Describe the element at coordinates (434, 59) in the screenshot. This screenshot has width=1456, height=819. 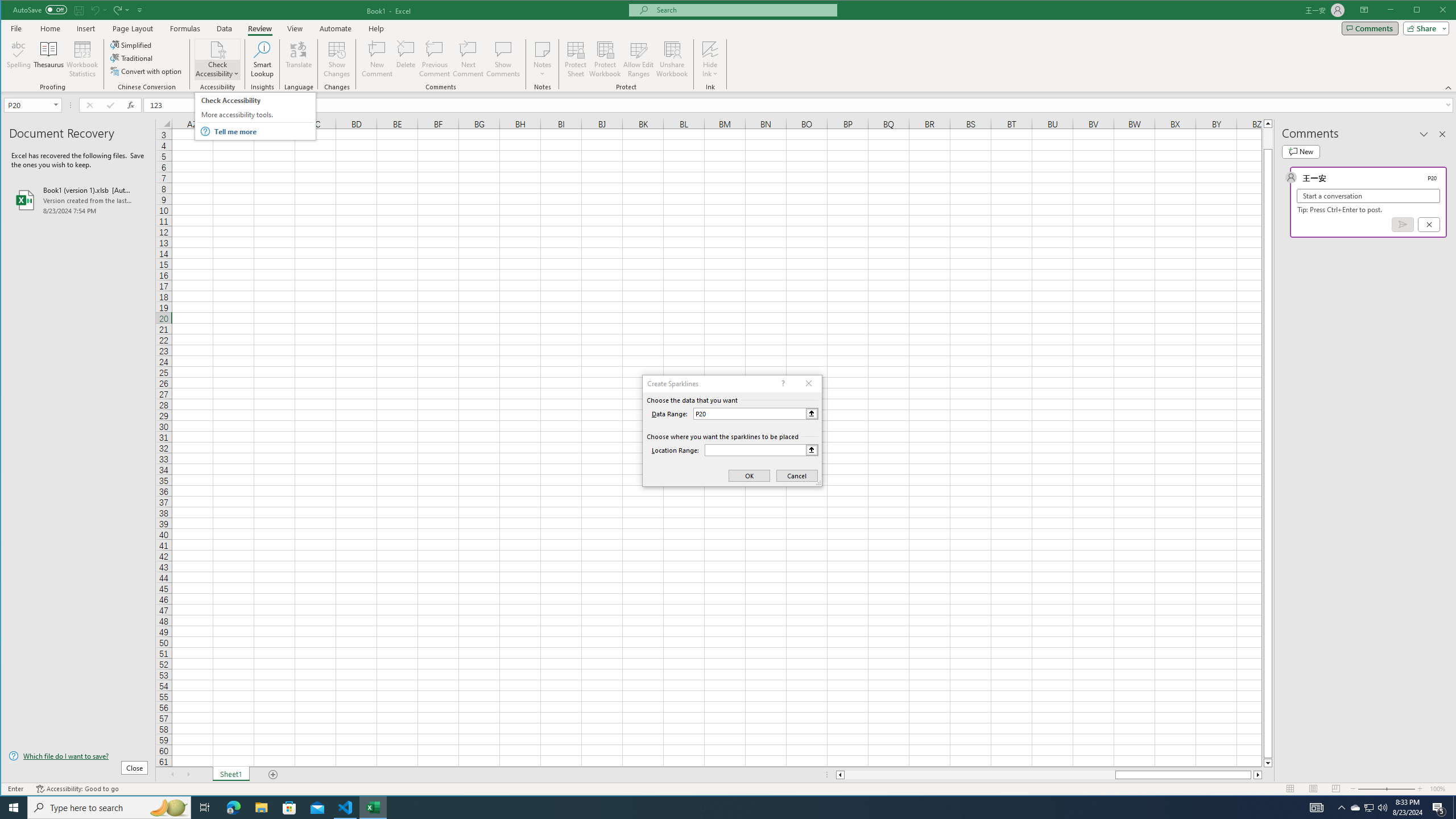
I see `'Previous Comment'` at that location.